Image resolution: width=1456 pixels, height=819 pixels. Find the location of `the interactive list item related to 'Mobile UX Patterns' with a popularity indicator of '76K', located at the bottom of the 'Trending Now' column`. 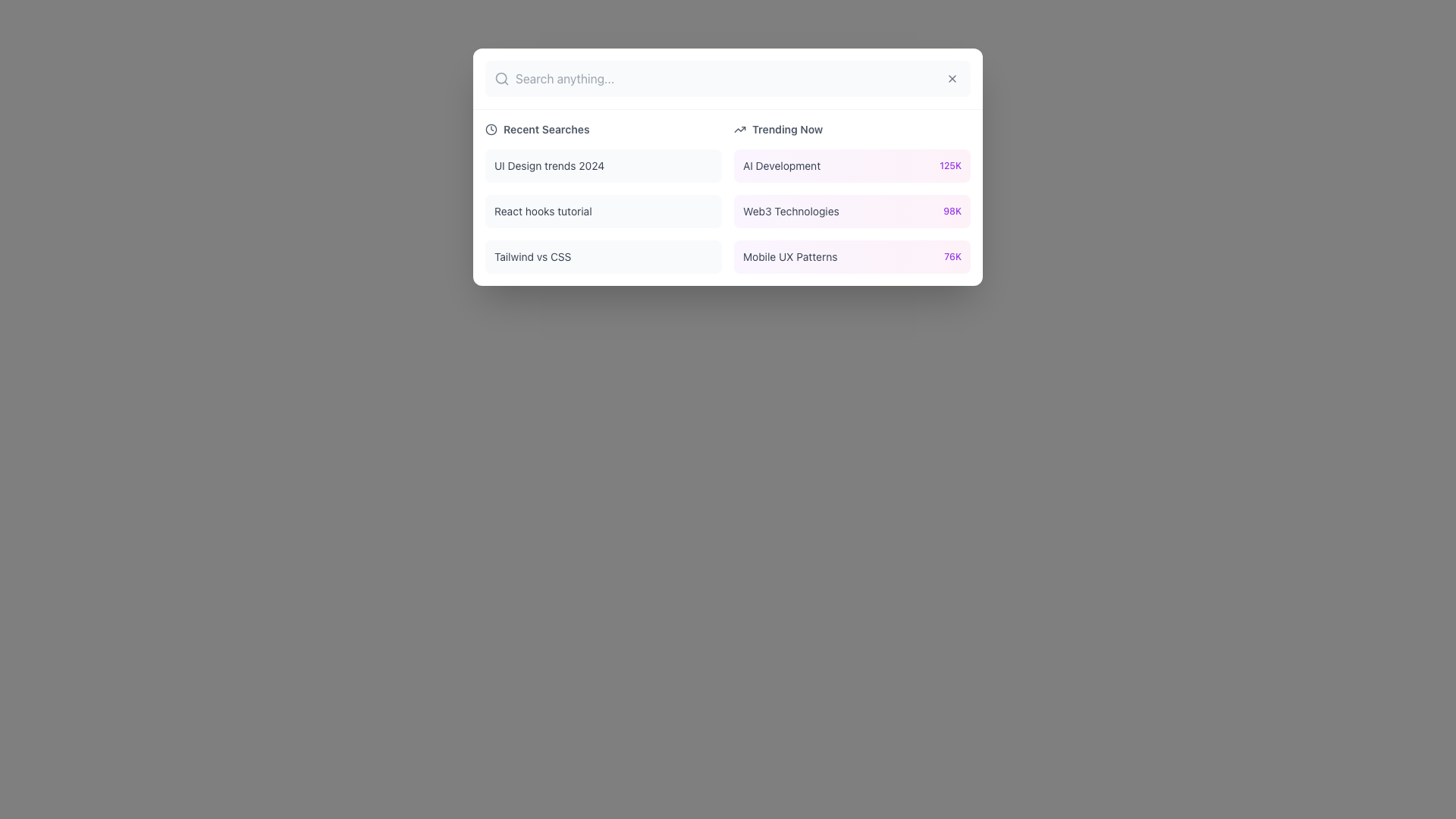

the interactive list item related to 'Mobile UX Patterns' with a popularity indicator of '76K', located at the bottom of the 'Trending Now' column is located at coordinates (852, 256).